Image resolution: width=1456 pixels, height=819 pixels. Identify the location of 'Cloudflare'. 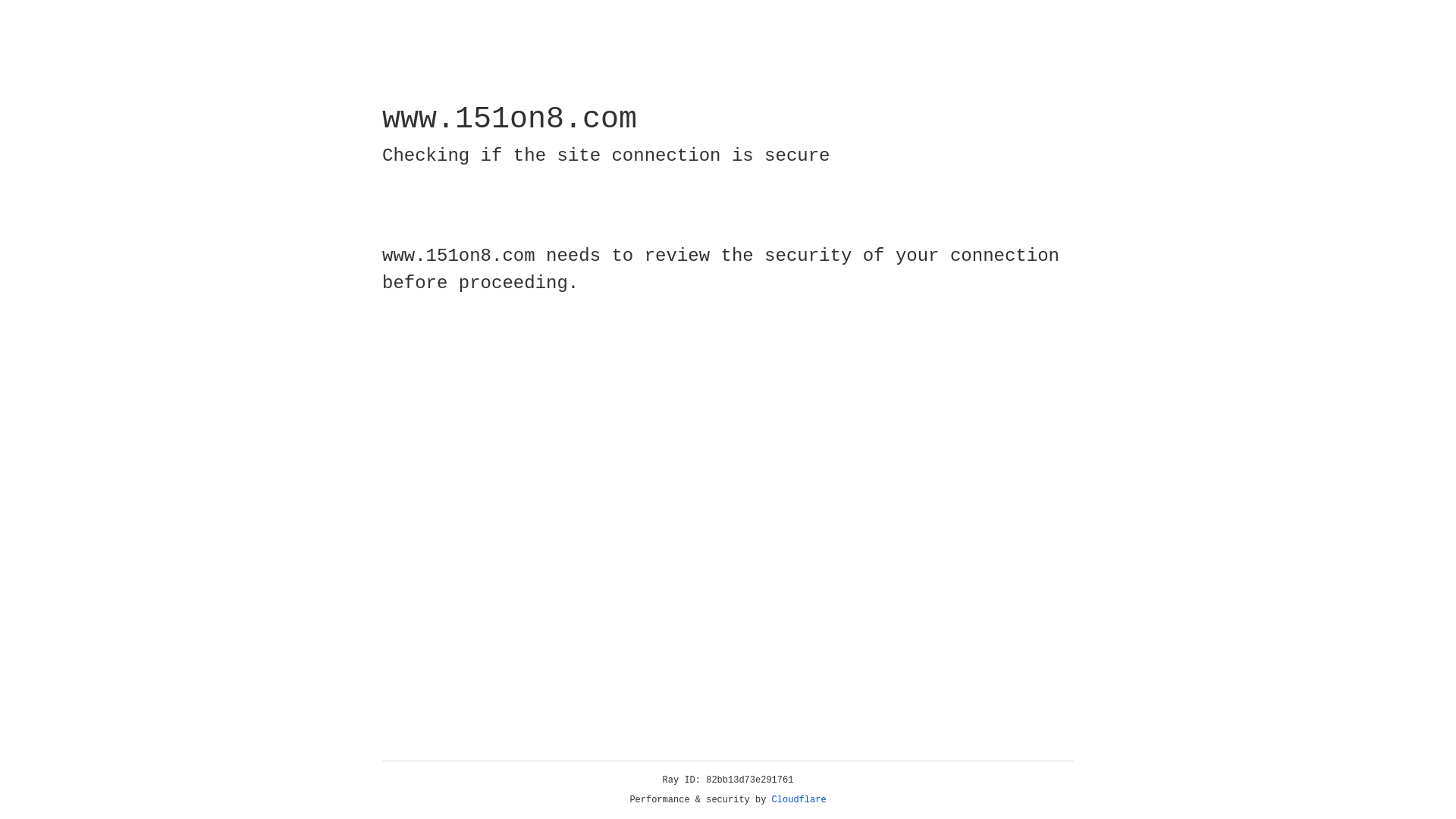
(799, 799).